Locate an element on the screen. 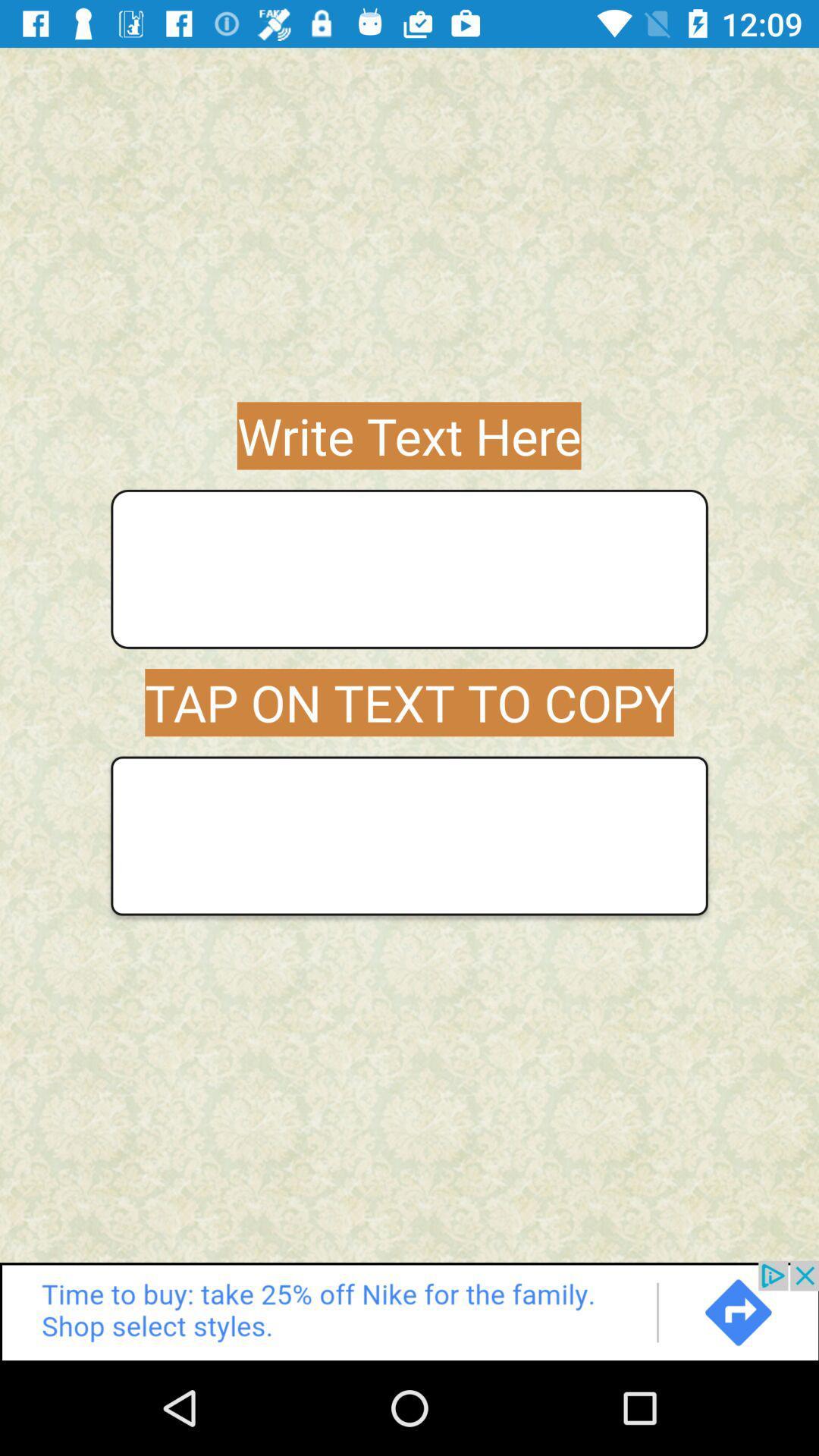  write text is located at coordinates (409, 568).